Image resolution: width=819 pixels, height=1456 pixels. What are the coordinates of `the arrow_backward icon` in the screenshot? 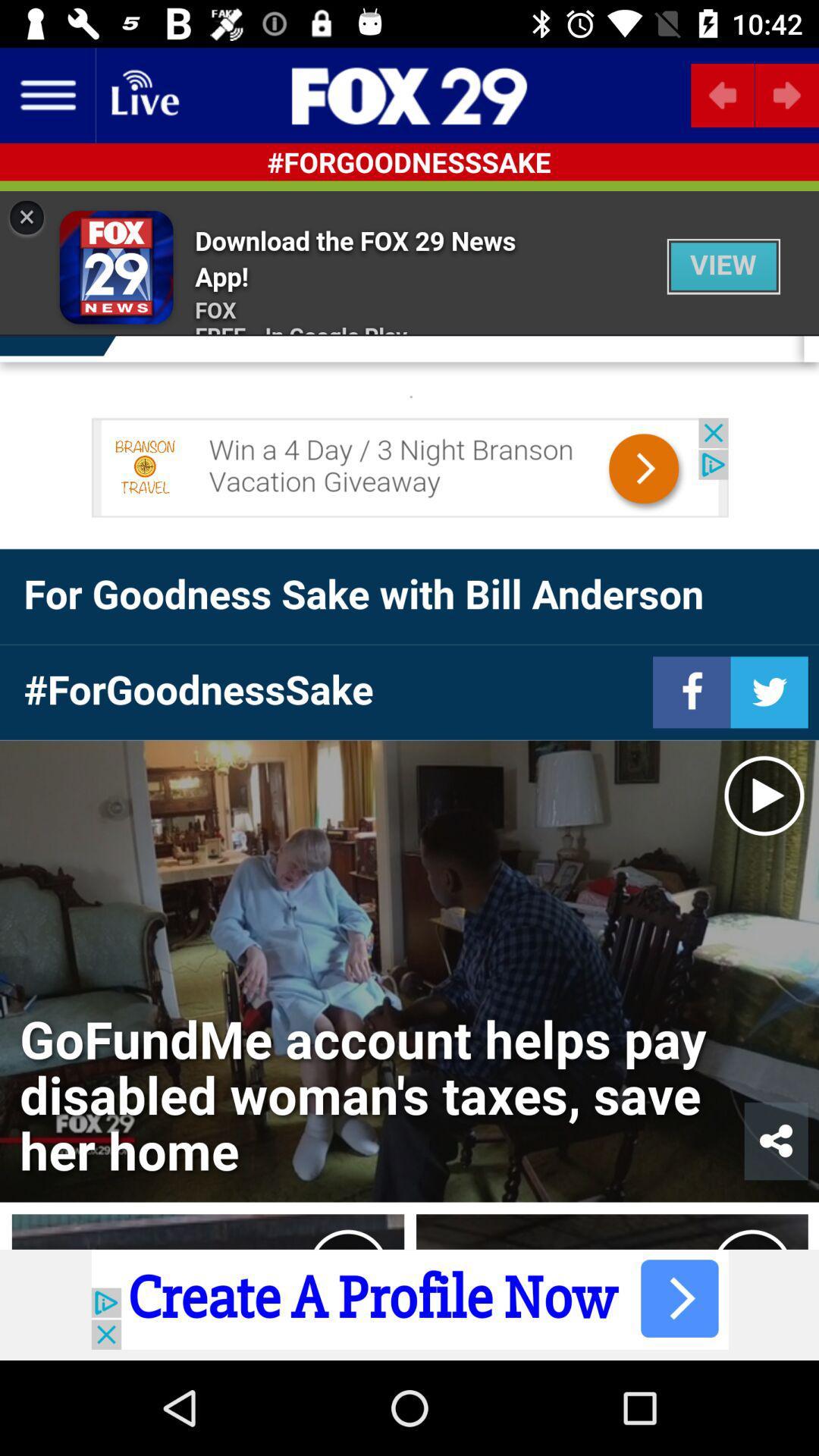 It's located at (722, 94).